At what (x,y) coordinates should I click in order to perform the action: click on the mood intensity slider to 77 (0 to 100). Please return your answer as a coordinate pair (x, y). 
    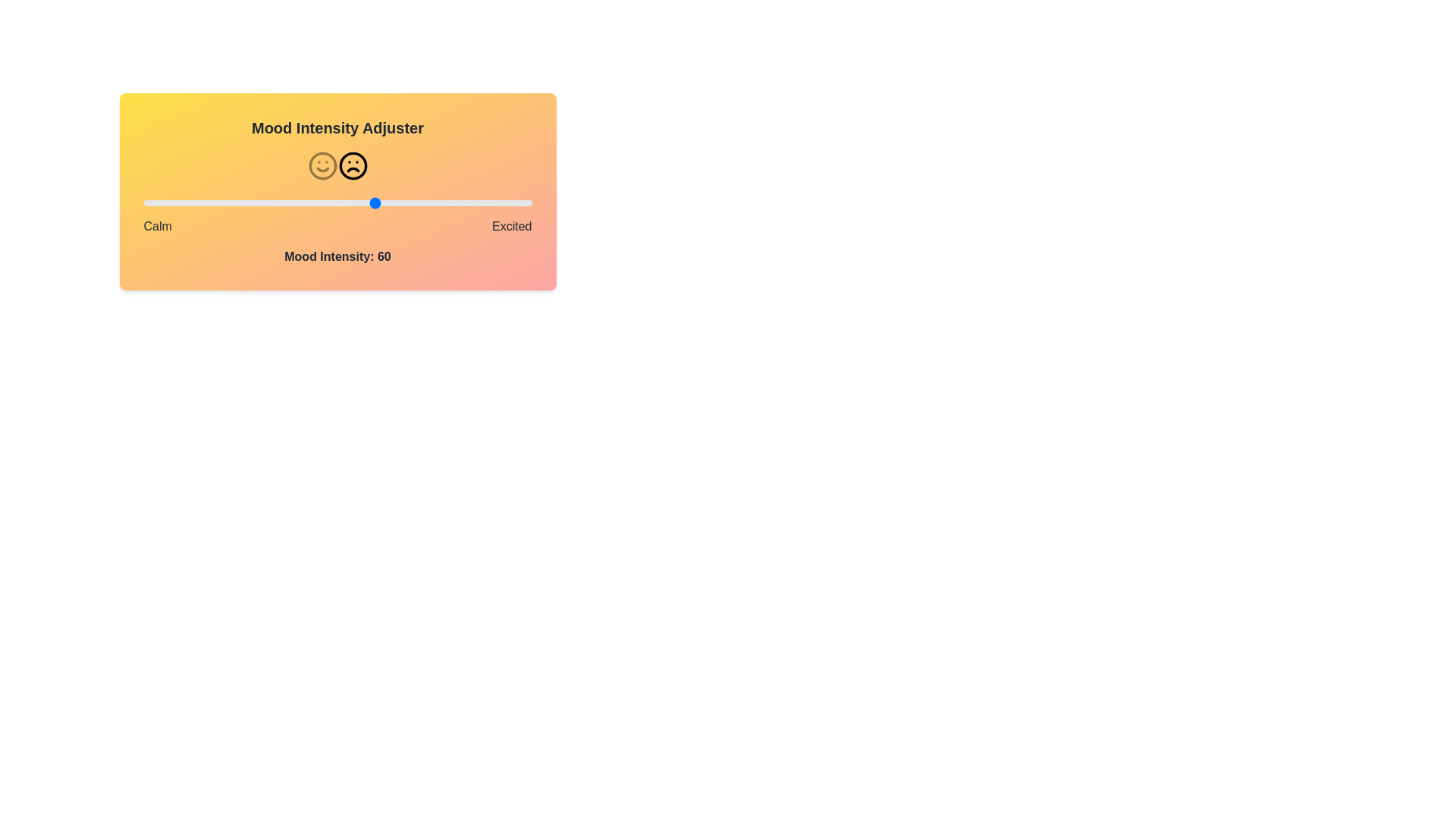
    Looking at the image, I should click on (441, 202).